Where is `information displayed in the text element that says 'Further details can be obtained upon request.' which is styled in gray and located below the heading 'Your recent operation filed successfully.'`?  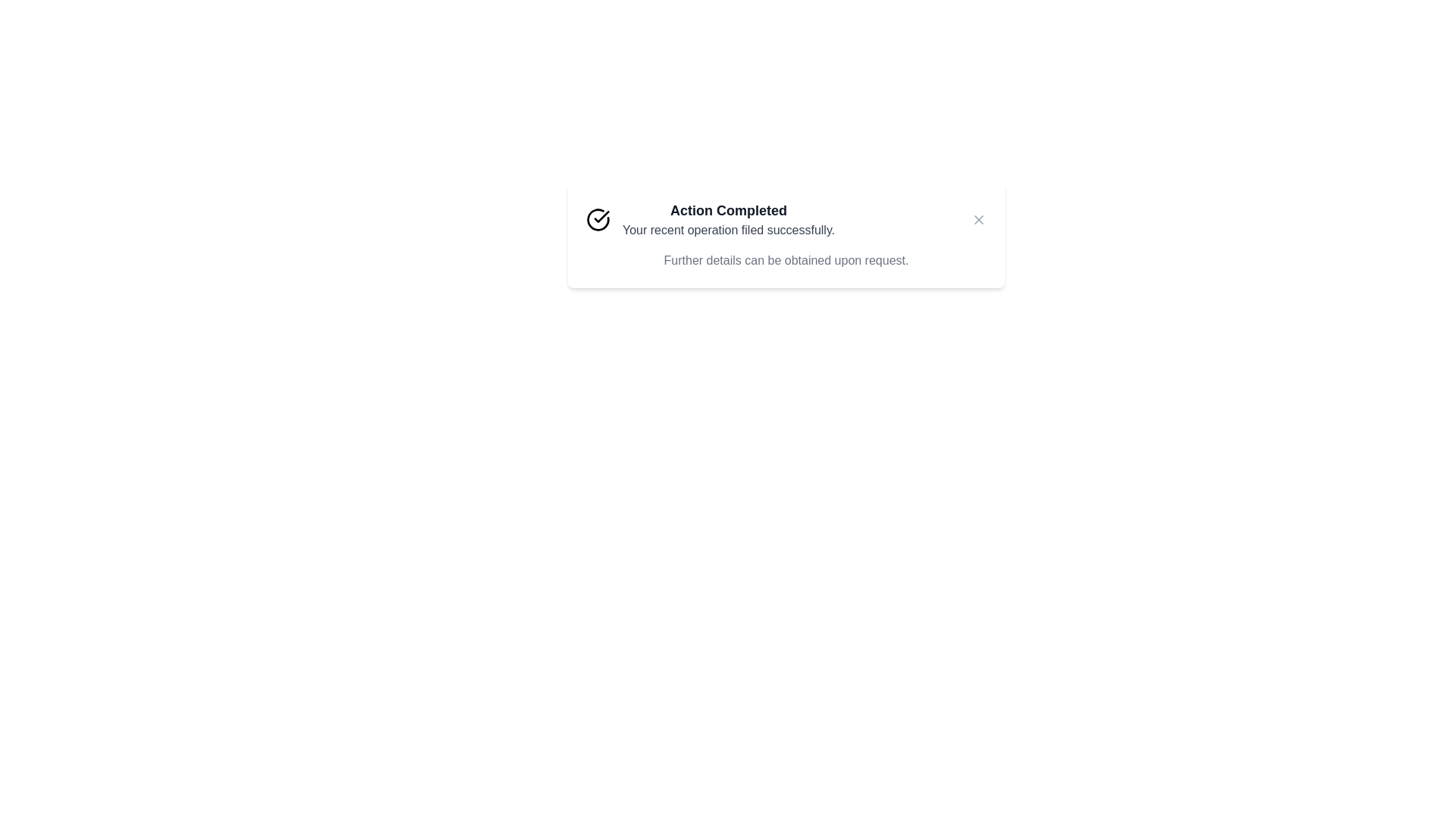
information displayed in the text element that says 'Further details can be obtained upon request.' which is styled in gray and located below the heading 'Your recent operation filed successfully.' is located at coordinates (786, 259).